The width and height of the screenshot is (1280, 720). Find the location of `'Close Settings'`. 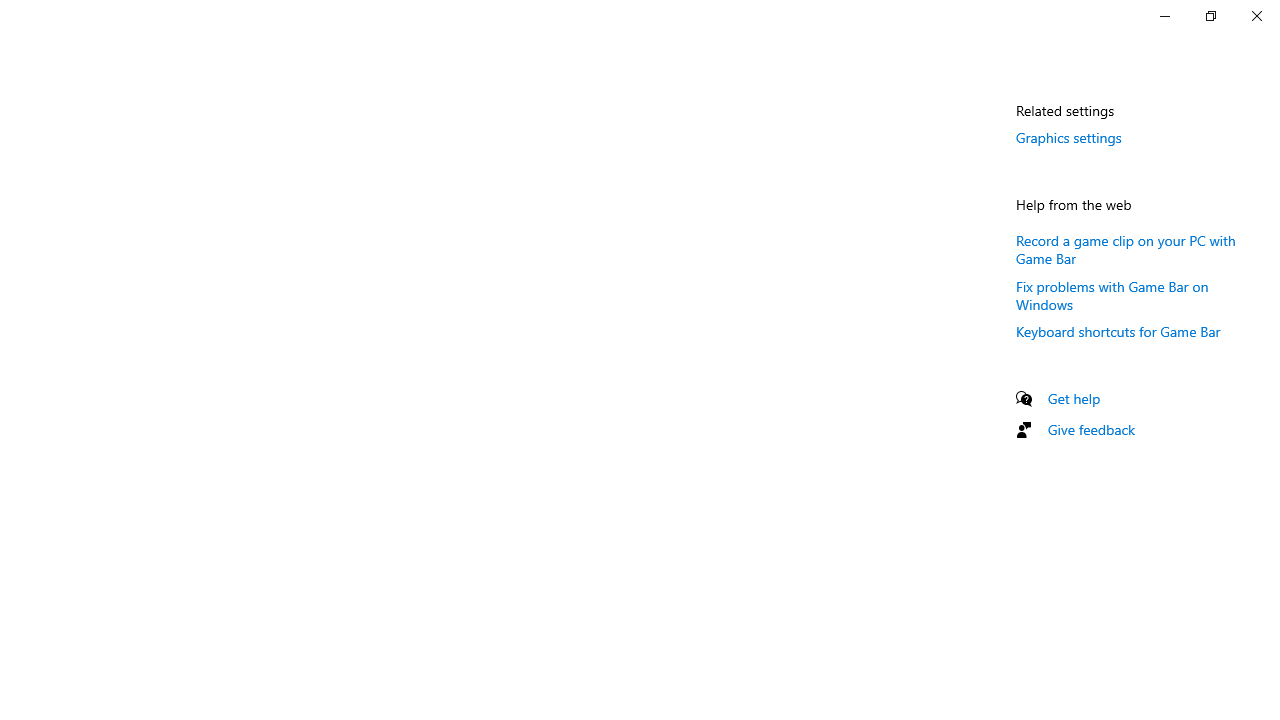

'Close Settings' is located at coordinates (1255, 15).